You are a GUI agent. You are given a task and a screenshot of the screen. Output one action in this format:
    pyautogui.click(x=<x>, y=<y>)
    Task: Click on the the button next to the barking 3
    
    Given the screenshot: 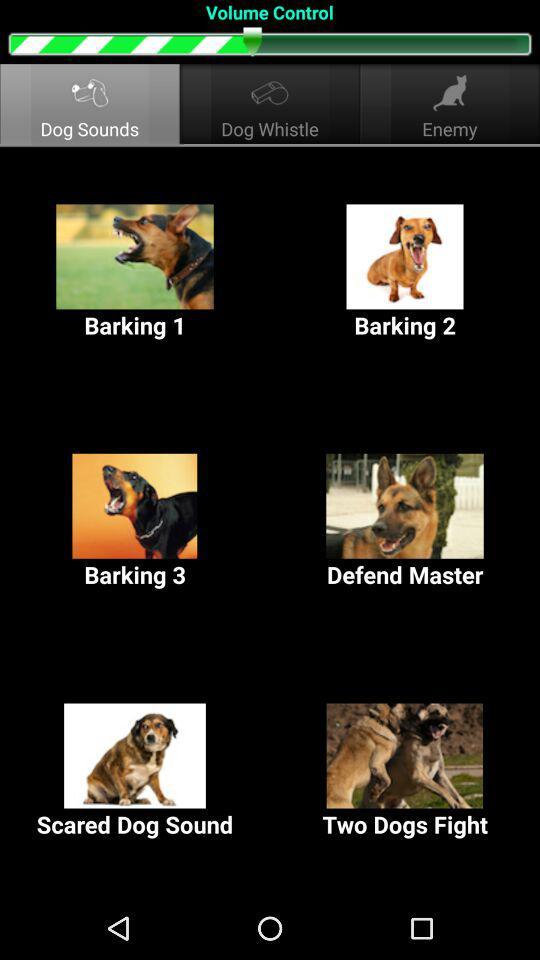 What is the action you would take?
    pyautogui.click(x=405, y=521)
    